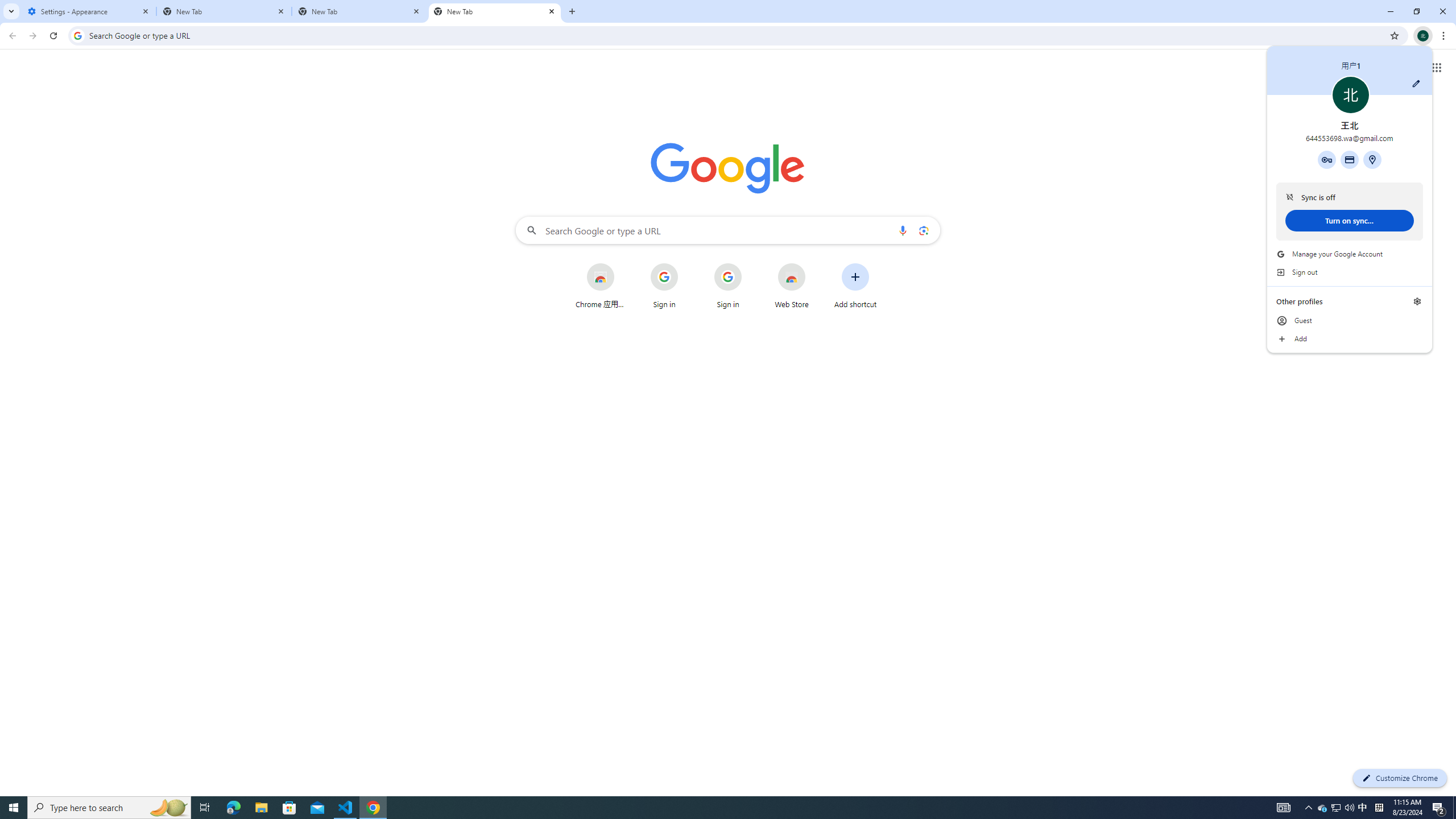 The image size is (1456, 819). I want to click on 'AutomationID: 4105', so click(1322, 806).